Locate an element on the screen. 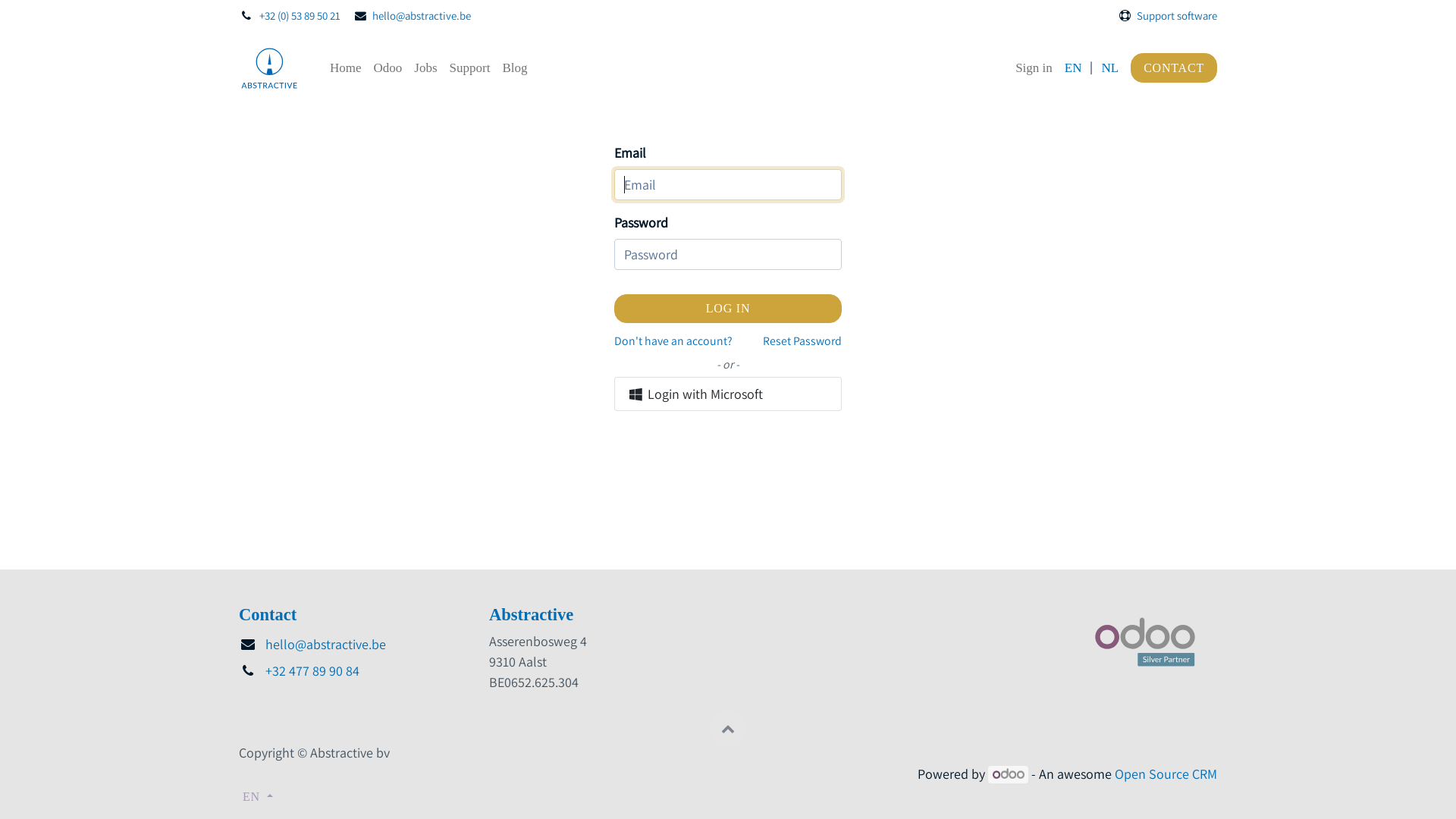 The width and height of the screenshot is (1456, 819). 'Support software' is located at coordinates (1175, 15).